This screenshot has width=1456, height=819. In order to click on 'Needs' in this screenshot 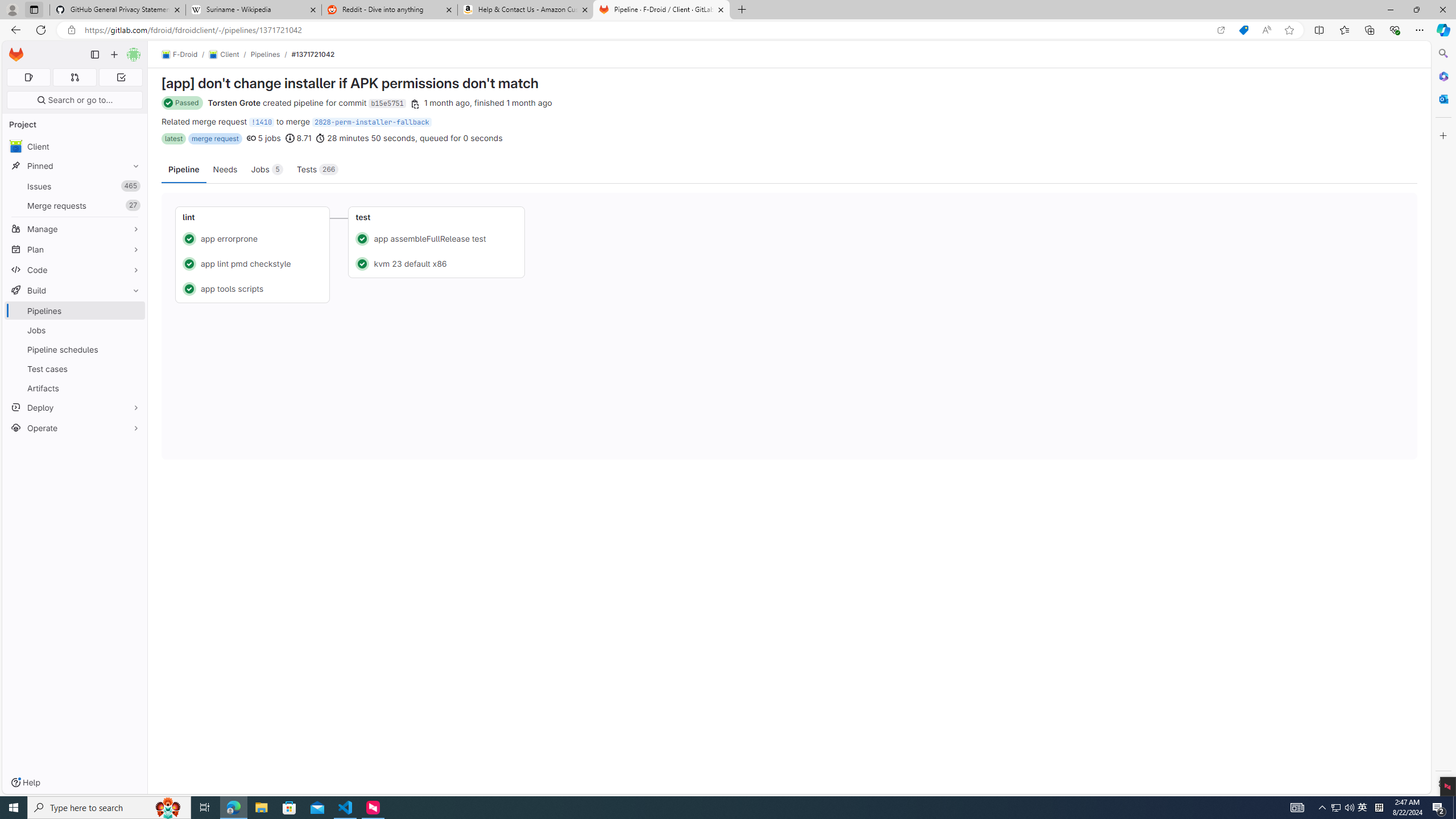, I will do `click(225, 169)`.